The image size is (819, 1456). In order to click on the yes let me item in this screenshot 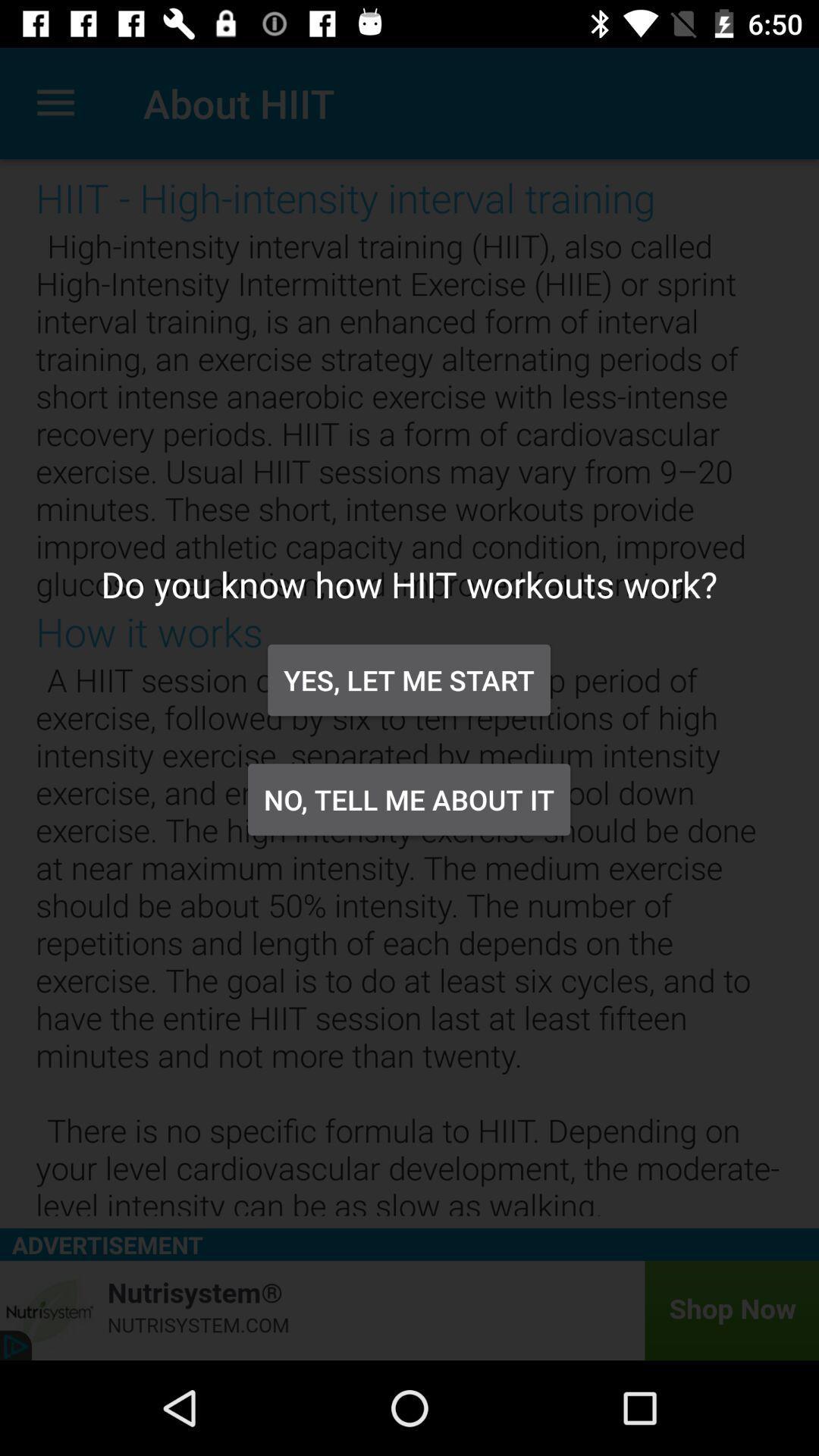, I will do `click(408, 679)`.